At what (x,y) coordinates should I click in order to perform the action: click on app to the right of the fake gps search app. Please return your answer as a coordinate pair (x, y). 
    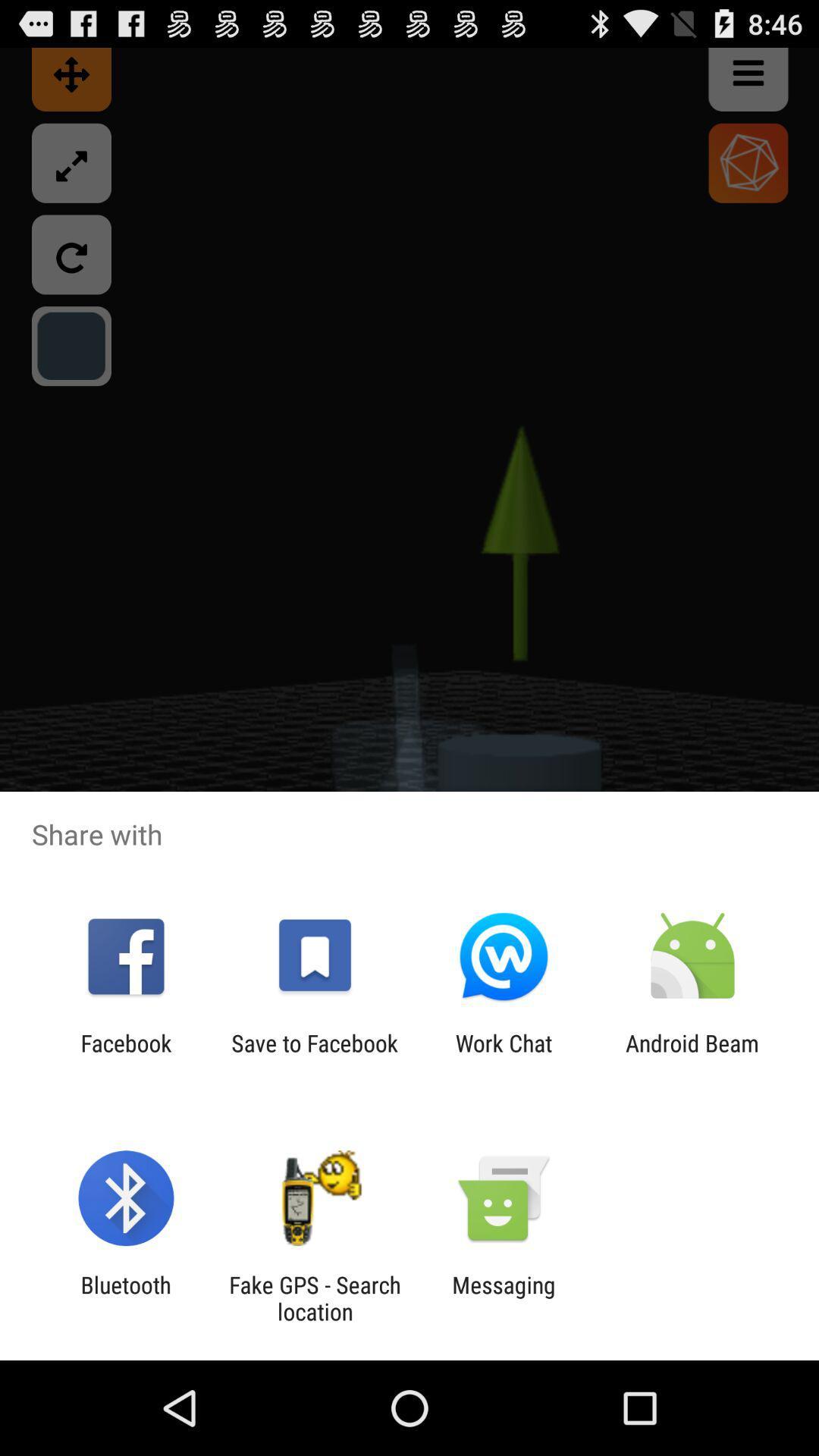
    Looking at the image, I should click on (504, 1298).